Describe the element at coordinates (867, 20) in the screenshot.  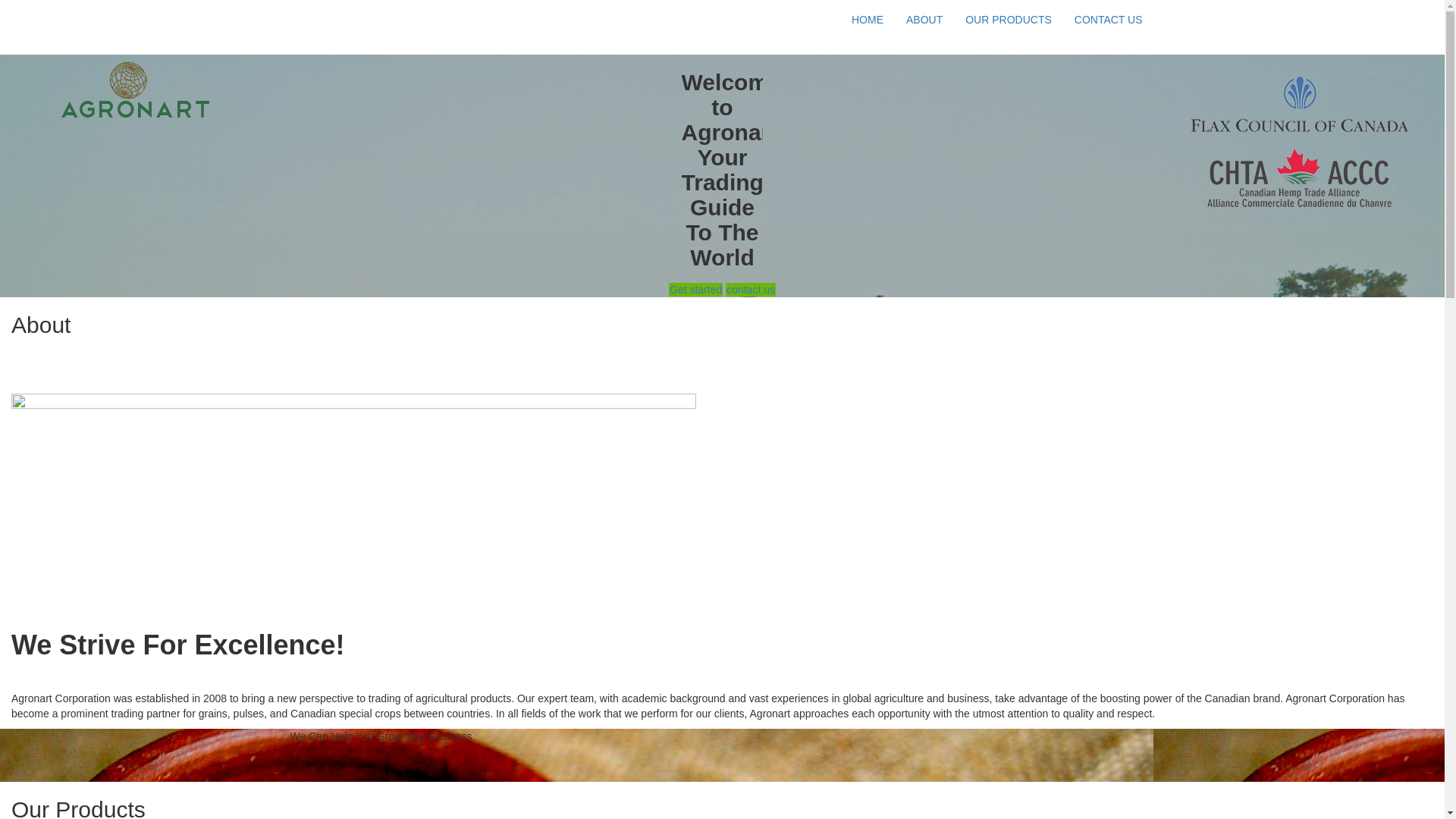
I see `'HOME'` at that location.